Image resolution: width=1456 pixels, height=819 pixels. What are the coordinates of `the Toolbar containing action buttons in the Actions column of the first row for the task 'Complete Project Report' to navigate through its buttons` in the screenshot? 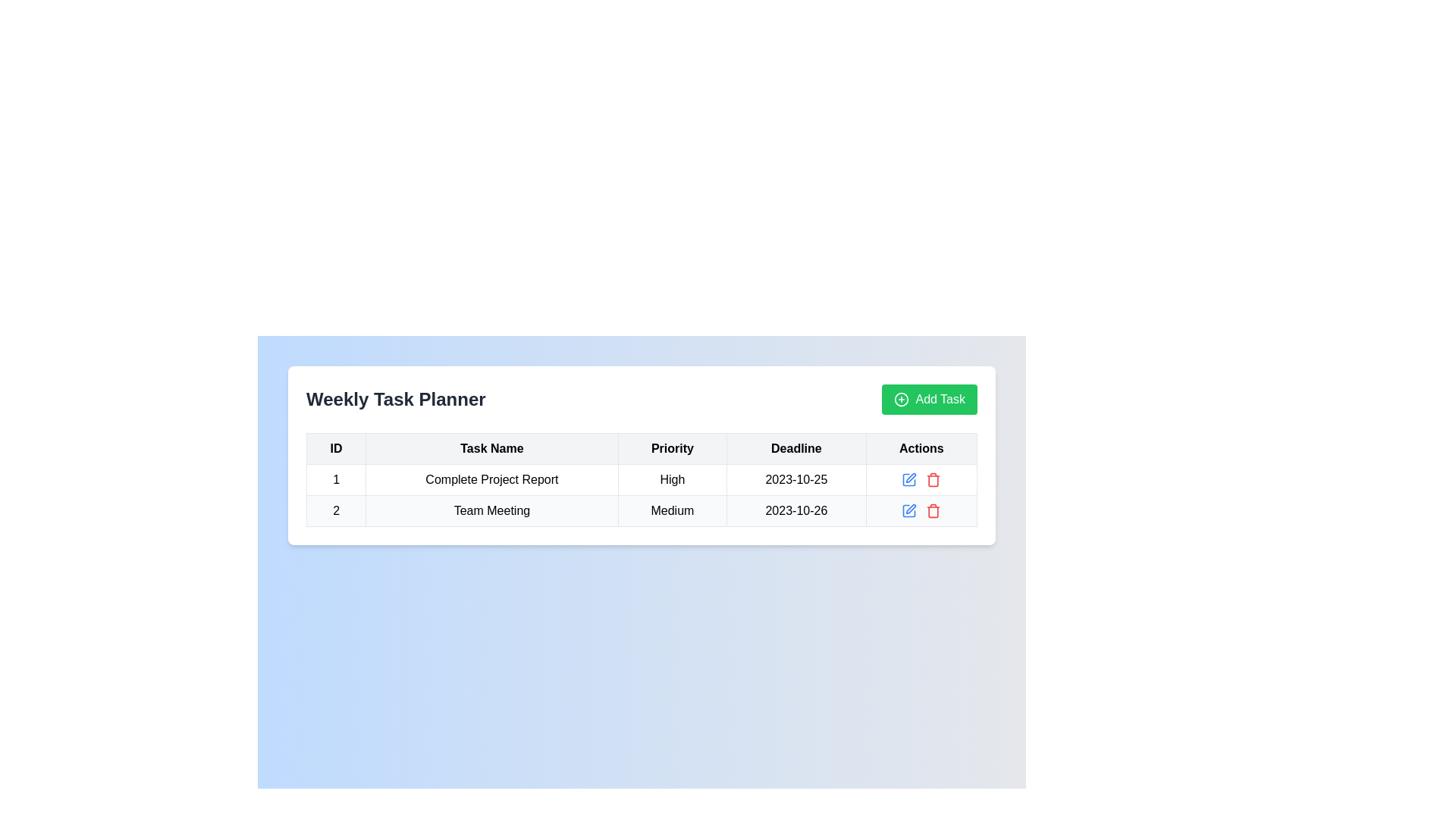 It's located at (921, 479).